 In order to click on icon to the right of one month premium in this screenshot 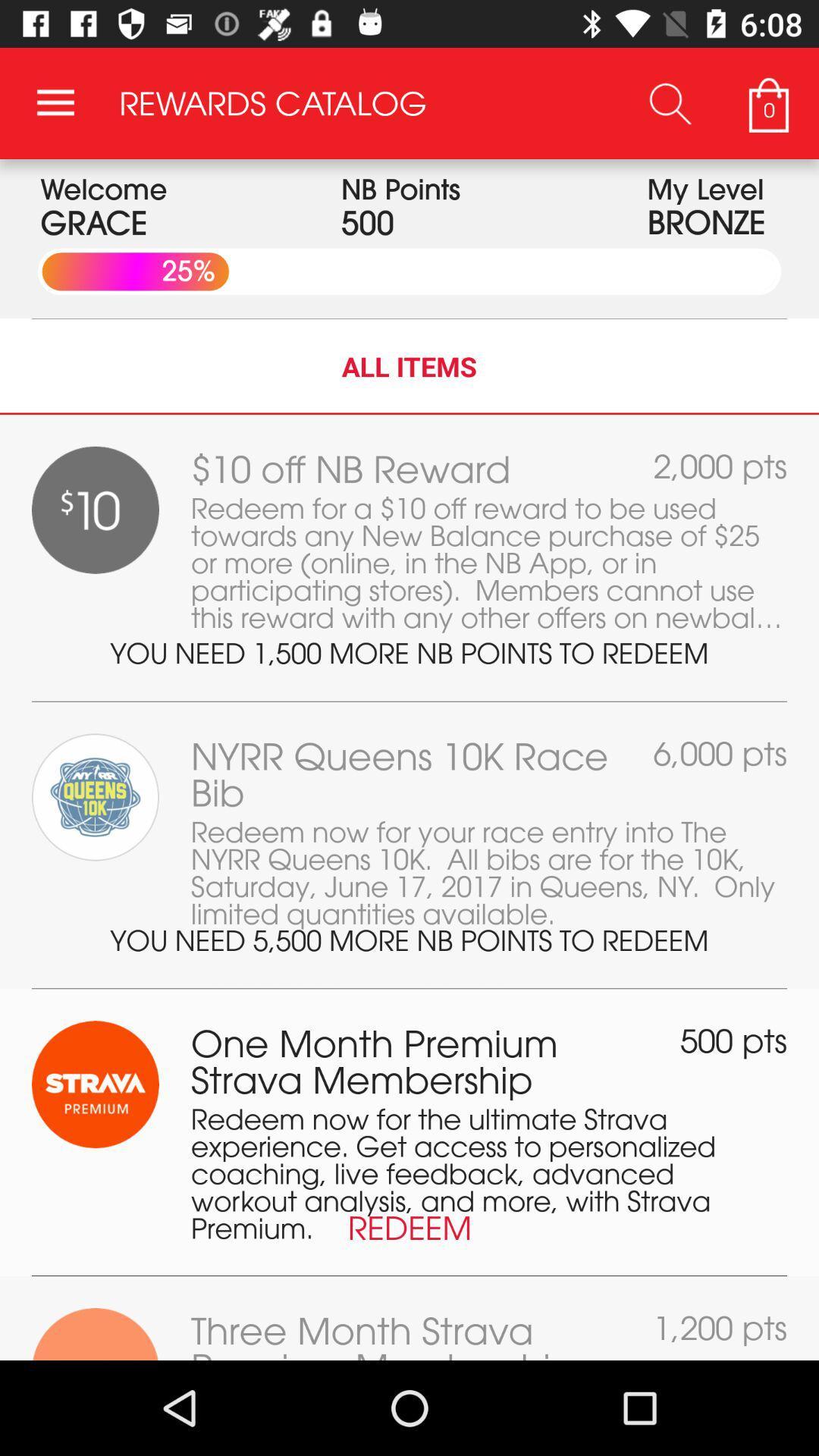, I will do `click(733, 1040)`.